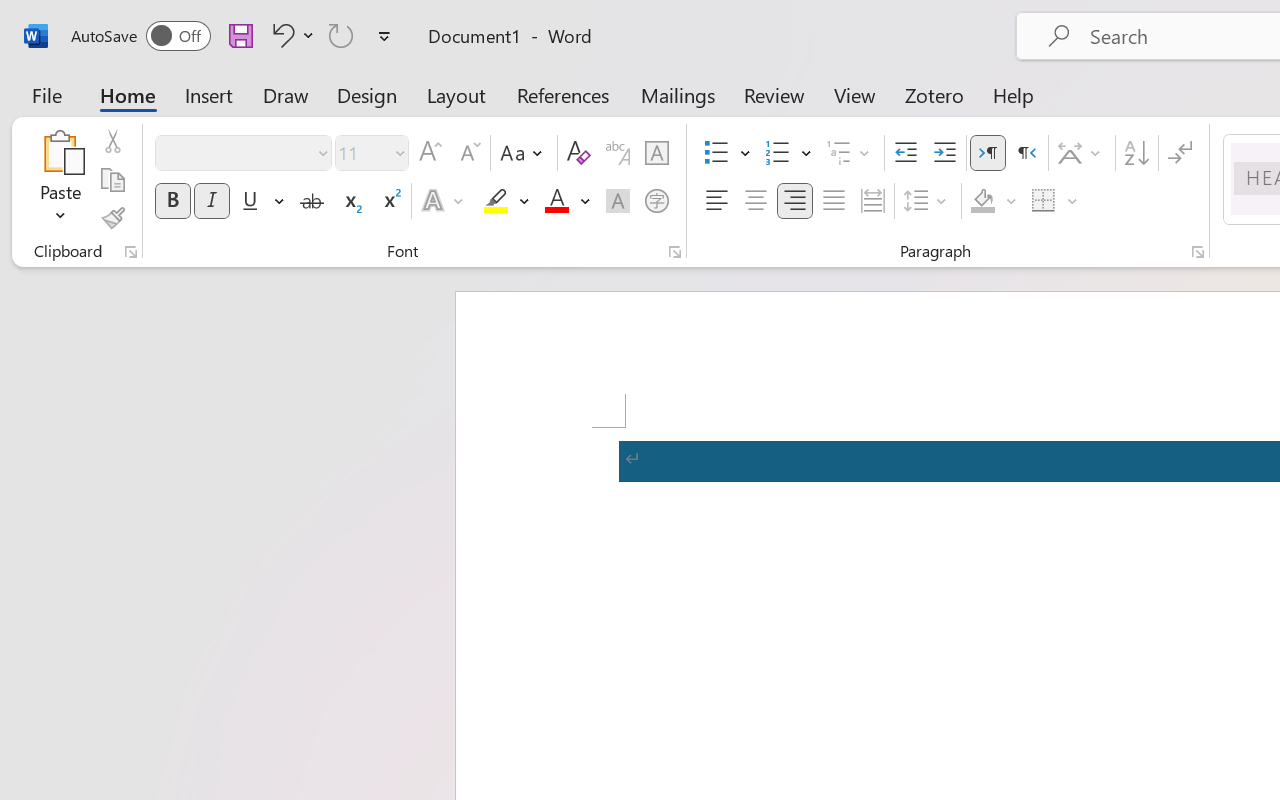 The height and width of the screenshot is (800, 1280). Describe the element at coordinates (289, 34) in the screenshot. I see `'Undo'` at that location.